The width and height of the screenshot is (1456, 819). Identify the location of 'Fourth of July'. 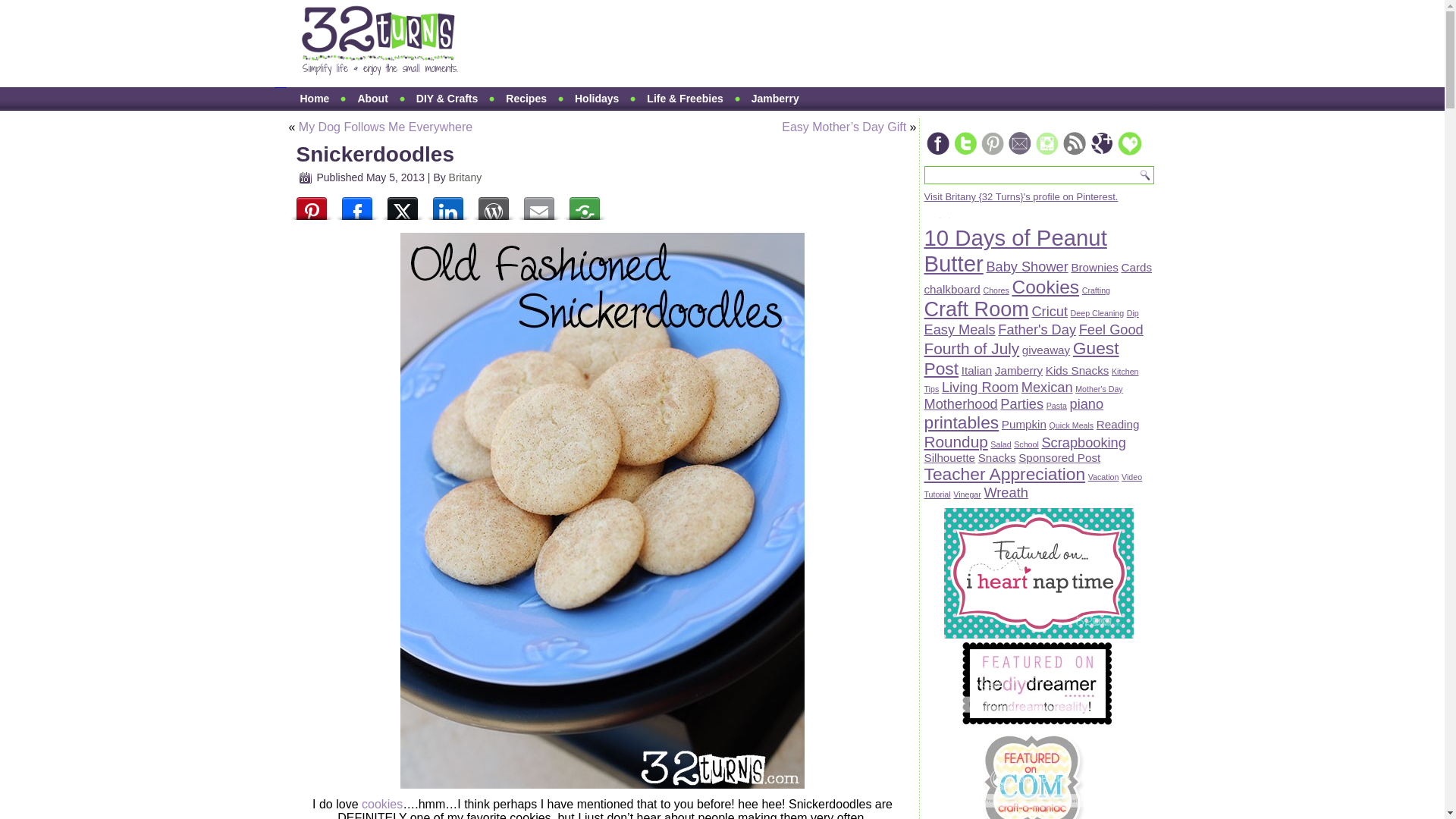
(971, 348).